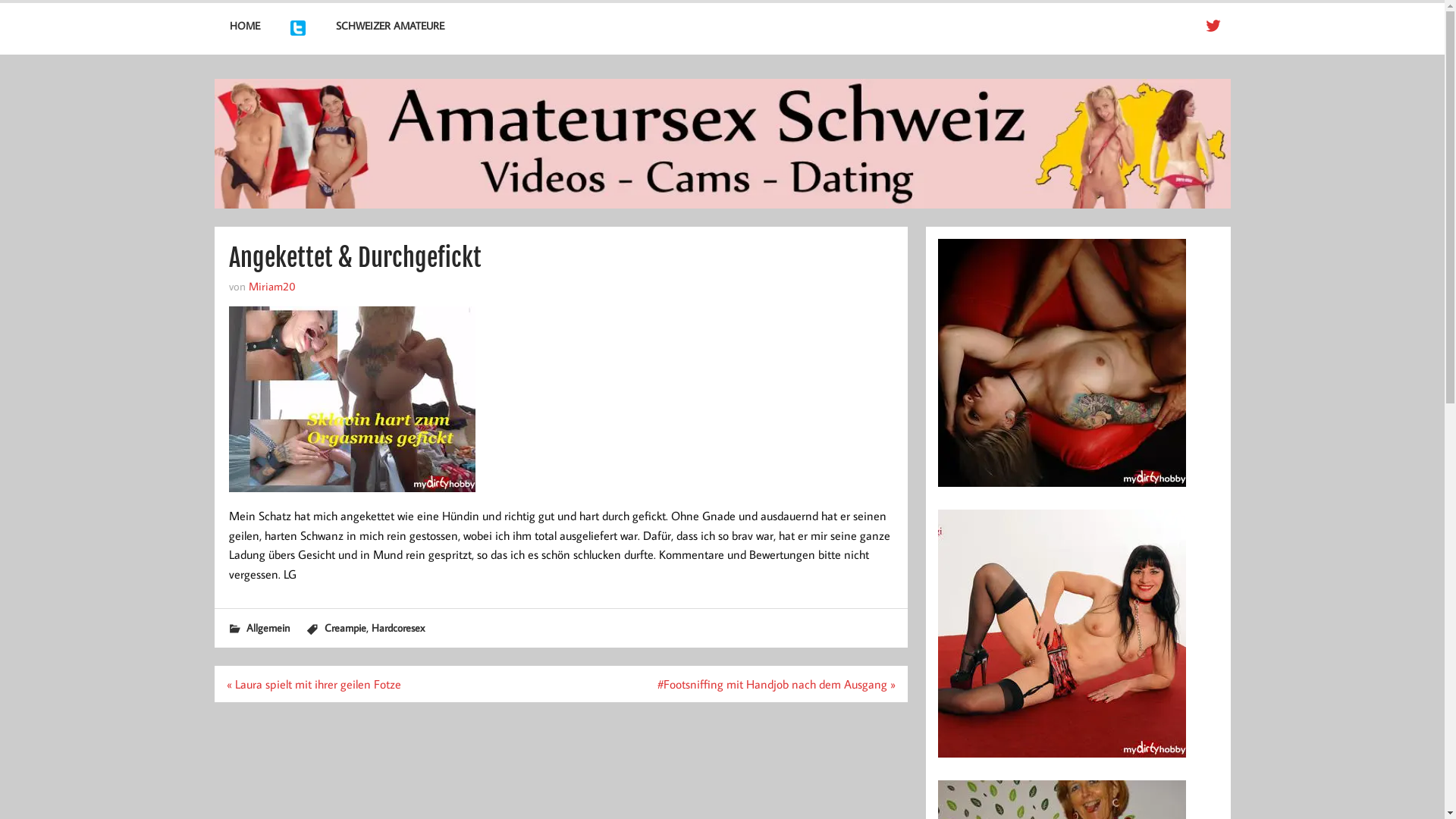 The width and height of the screenshot is (1456, 819). Describe the element at coordinates (213, 26) in the screenshot. I see `'HOME'` at that location.